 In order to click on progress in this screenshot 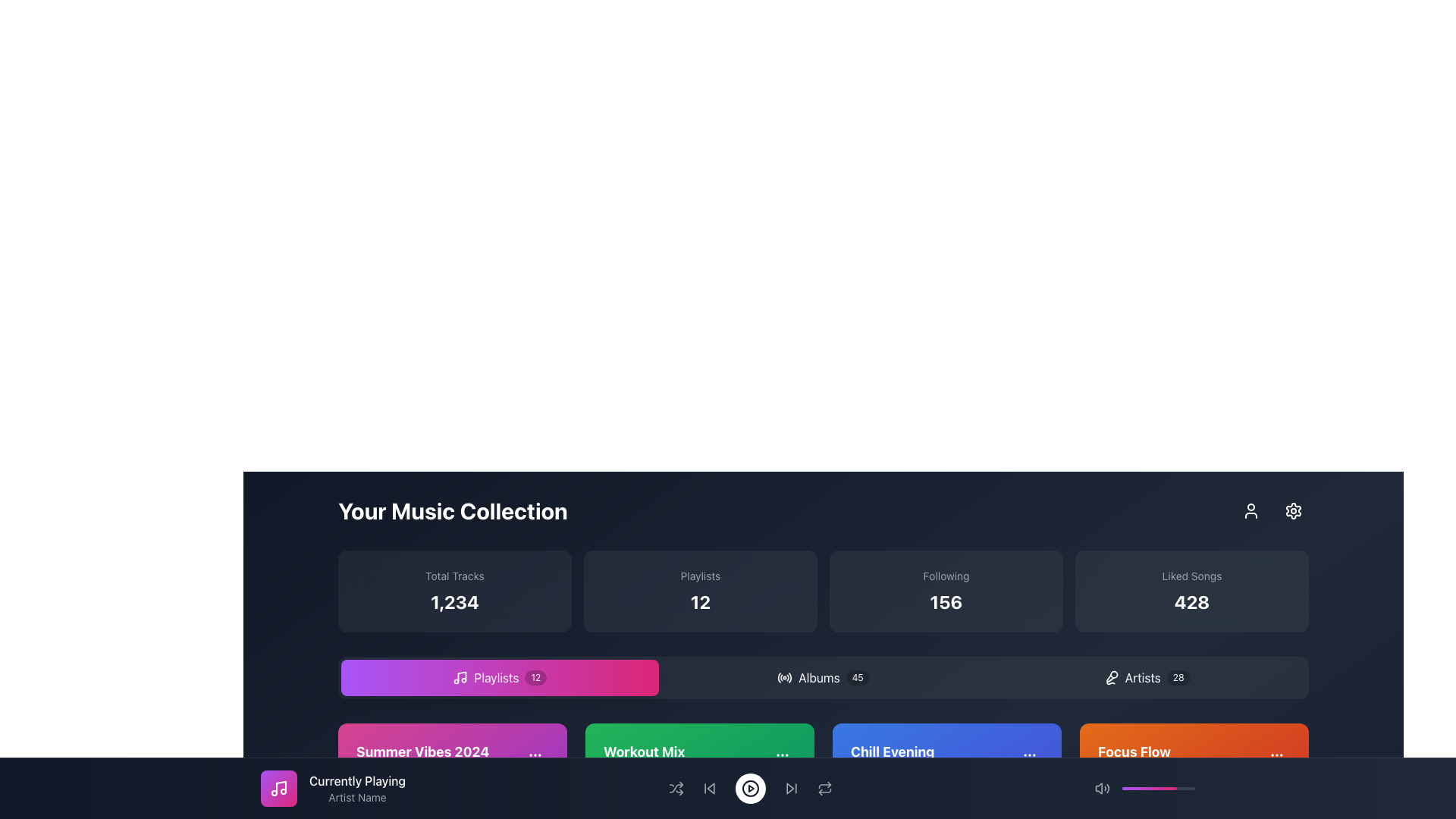, I will do `click(1130, 788)`.